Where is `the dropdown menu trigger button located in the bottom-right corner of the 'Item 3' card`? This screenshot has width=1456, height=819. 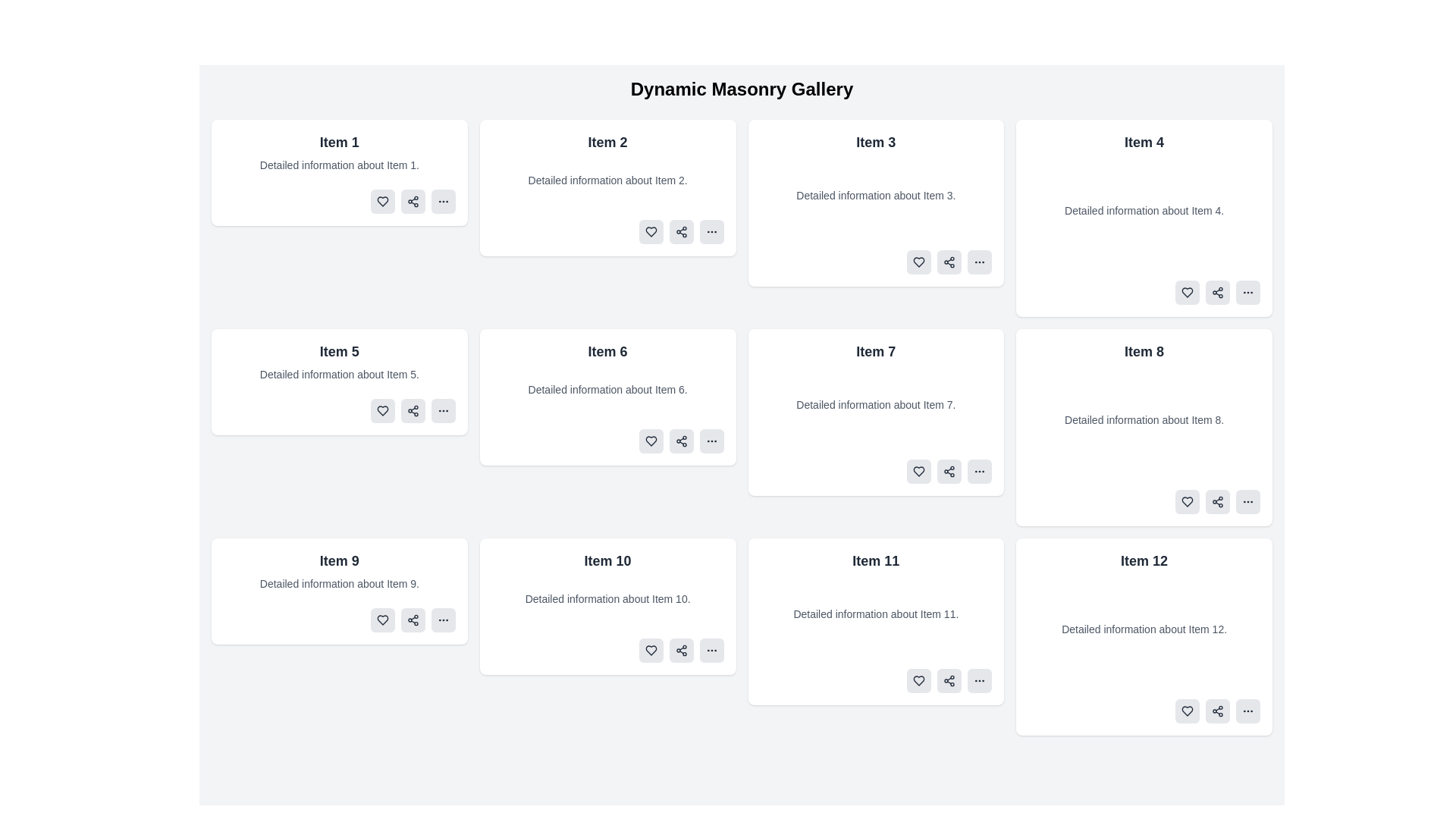
the dropdown menu trigger button located in the bottom-right corner of the 'Item 3' card is located at coordinates (979, 262).